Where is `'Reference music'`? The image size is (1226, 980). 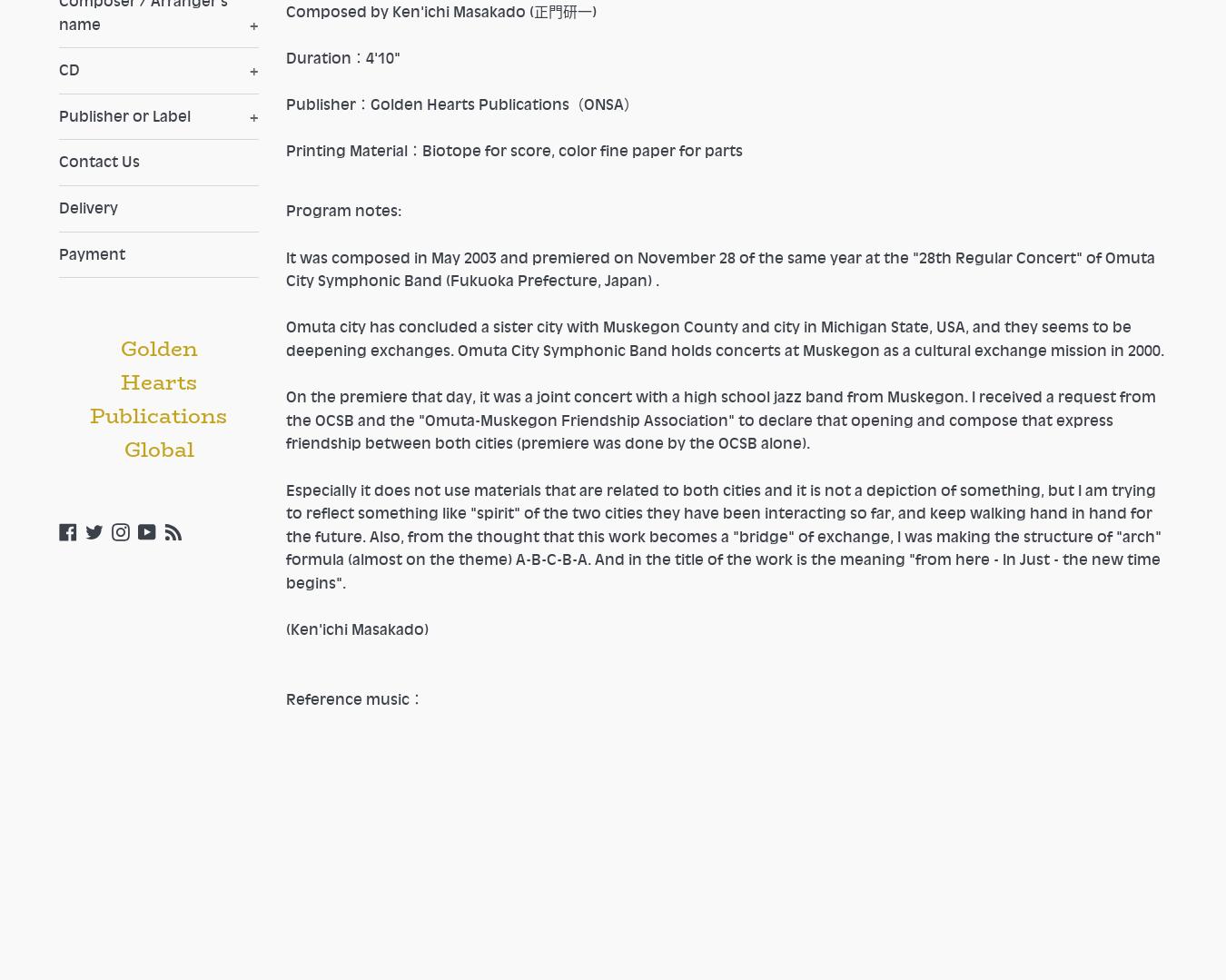
'Reference music' is located at coordinates (347, 698).